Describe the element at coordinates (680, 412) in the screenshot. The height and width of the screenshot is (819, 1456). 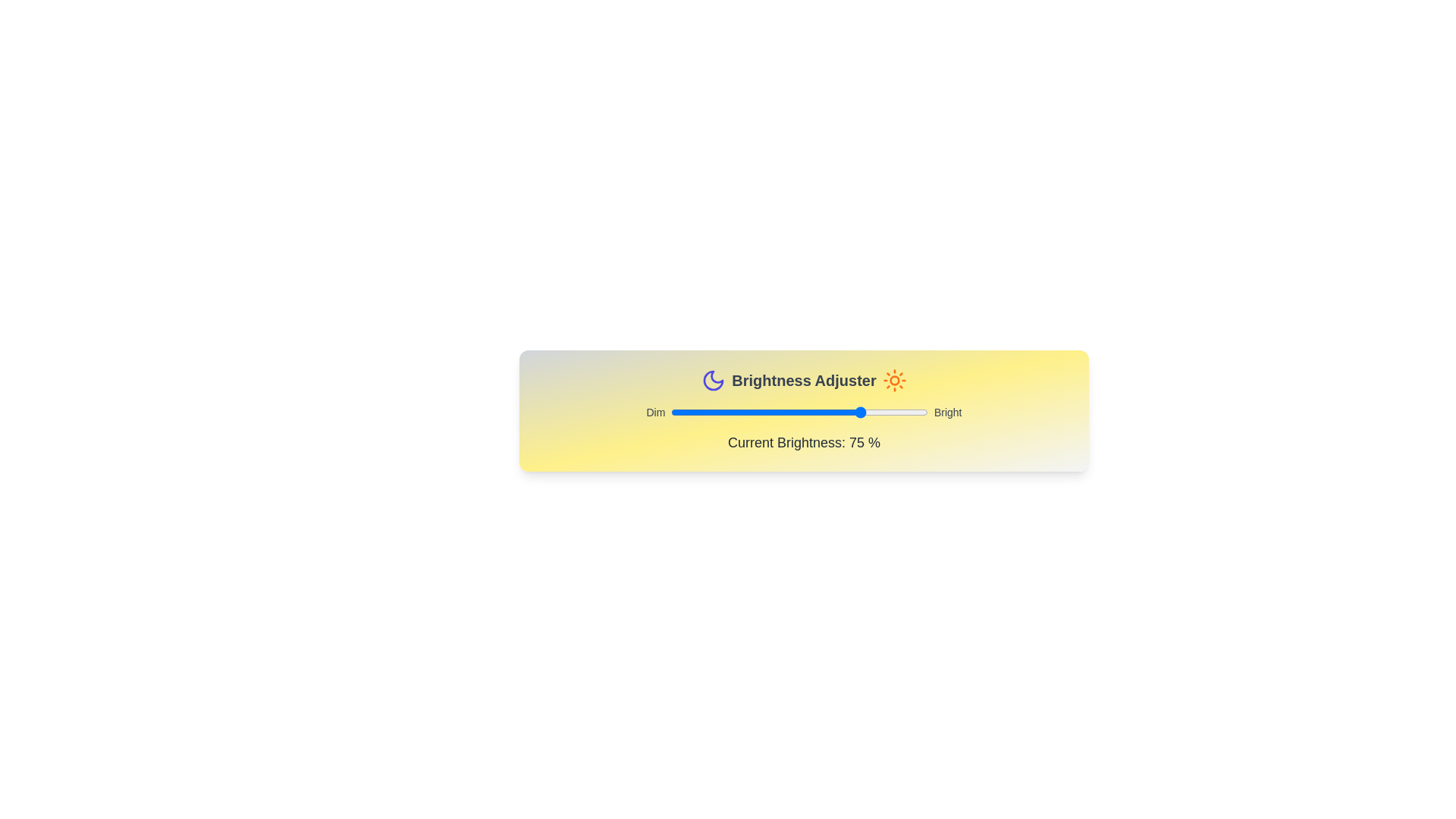
I see `the brightness slider to 4%` at that location.